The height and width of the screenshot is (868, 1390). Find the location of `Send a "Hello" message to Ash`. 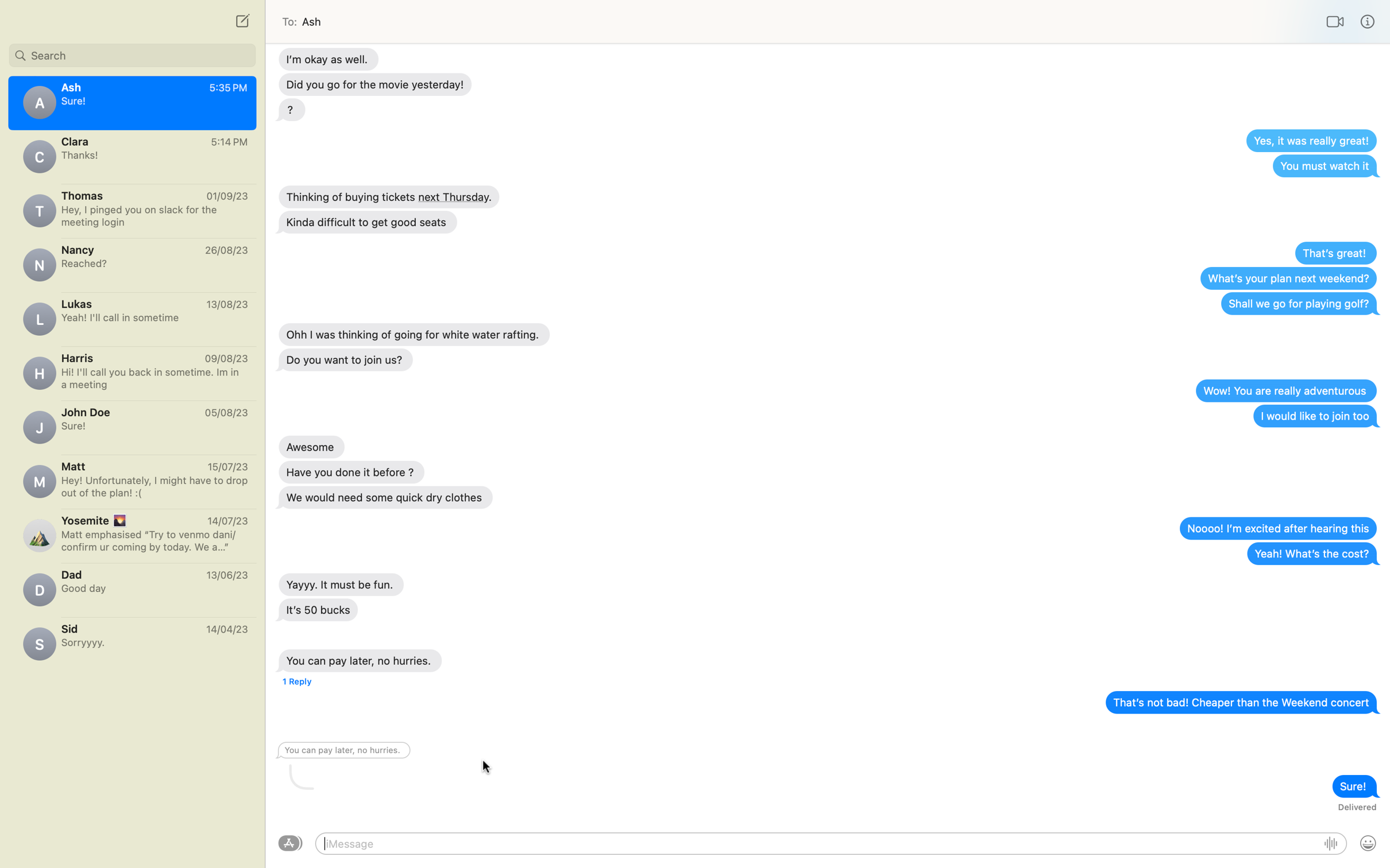

Send a "Hello" message to Ash is located at coordinates (818, 843).